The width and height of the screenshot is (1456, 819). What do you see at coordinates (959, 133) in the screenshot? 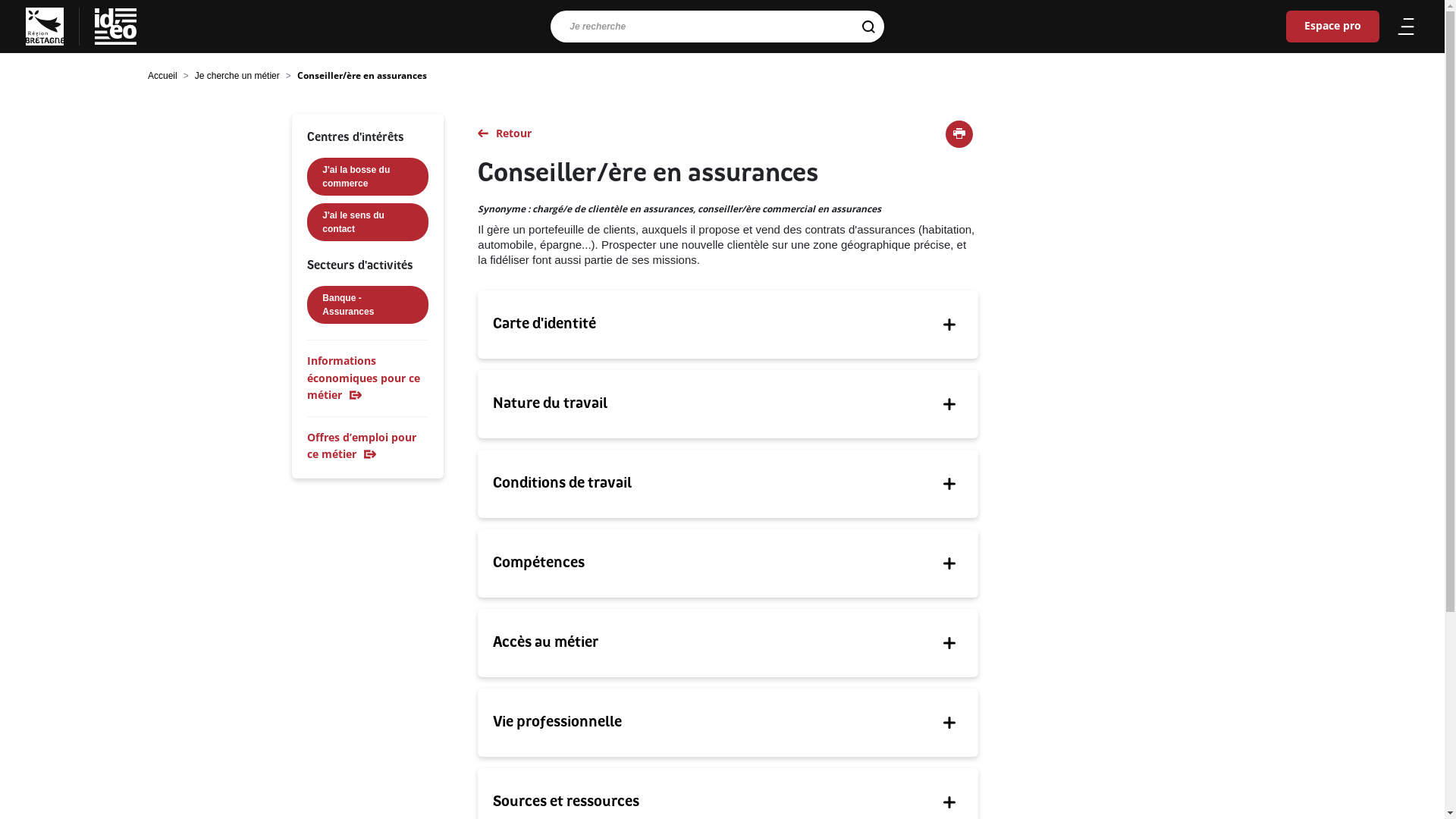
I see `'Imprimer la fiche'` at bounding box center [959, 133].